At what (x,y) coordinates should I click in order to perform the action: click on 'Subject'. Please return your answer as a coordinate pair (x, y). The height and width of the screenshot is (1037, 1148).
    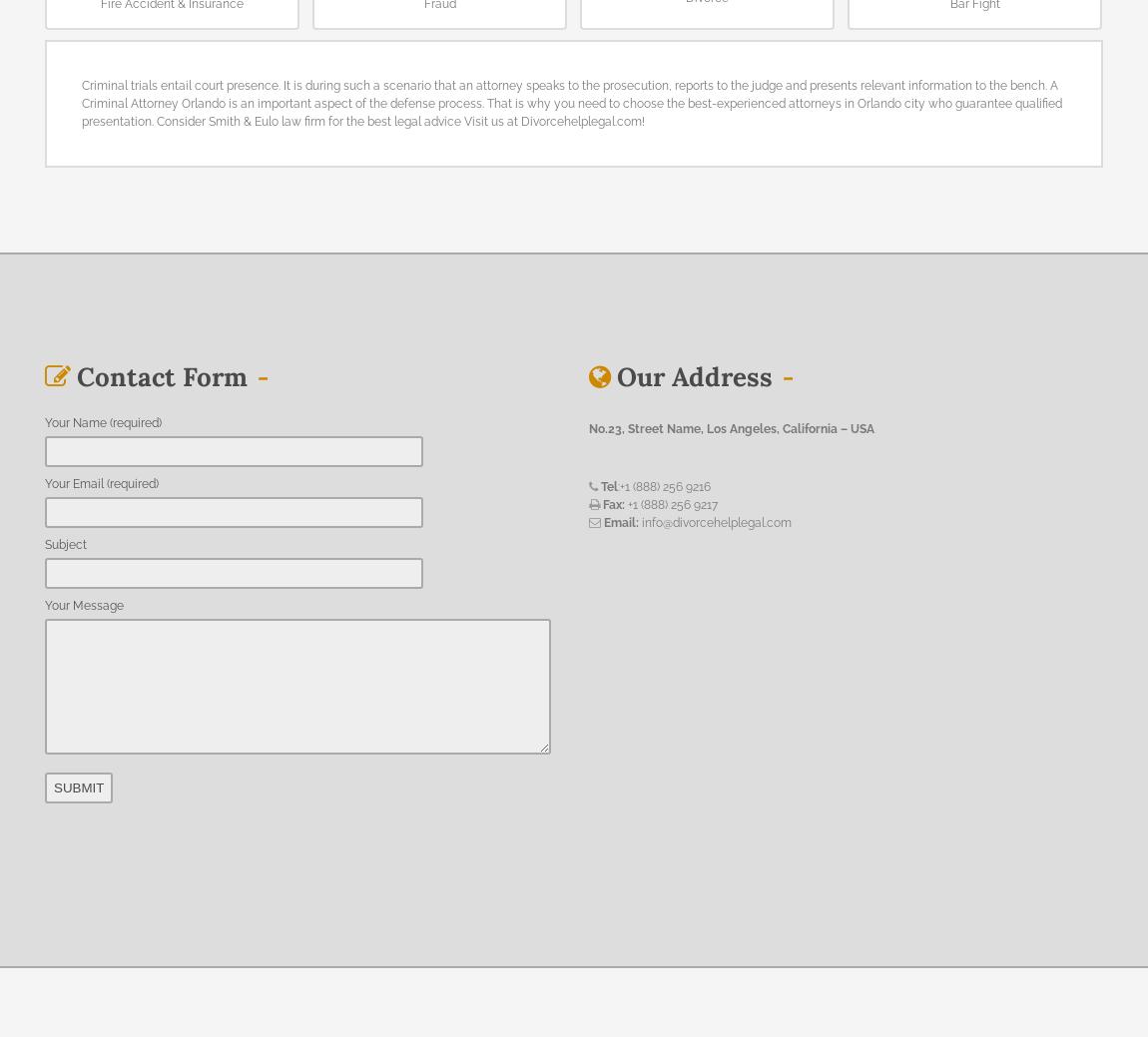
    Looking at the image, I should click on (65, 543).